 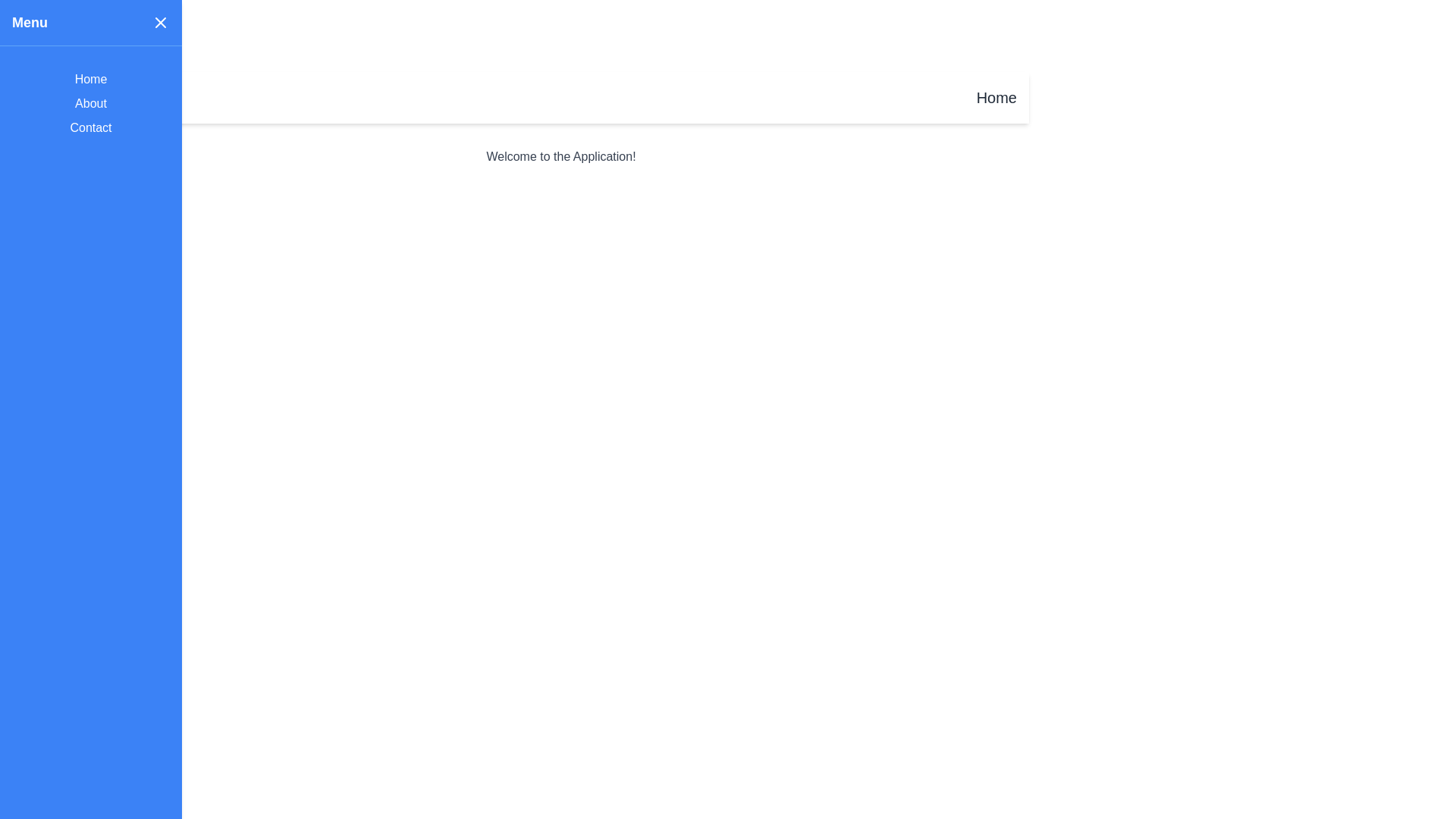 What do you see at coordinates (90, 79) in the screenshot?
I see `the 'Home' text link located in the side menu panel` at bounding box center [90, 79].